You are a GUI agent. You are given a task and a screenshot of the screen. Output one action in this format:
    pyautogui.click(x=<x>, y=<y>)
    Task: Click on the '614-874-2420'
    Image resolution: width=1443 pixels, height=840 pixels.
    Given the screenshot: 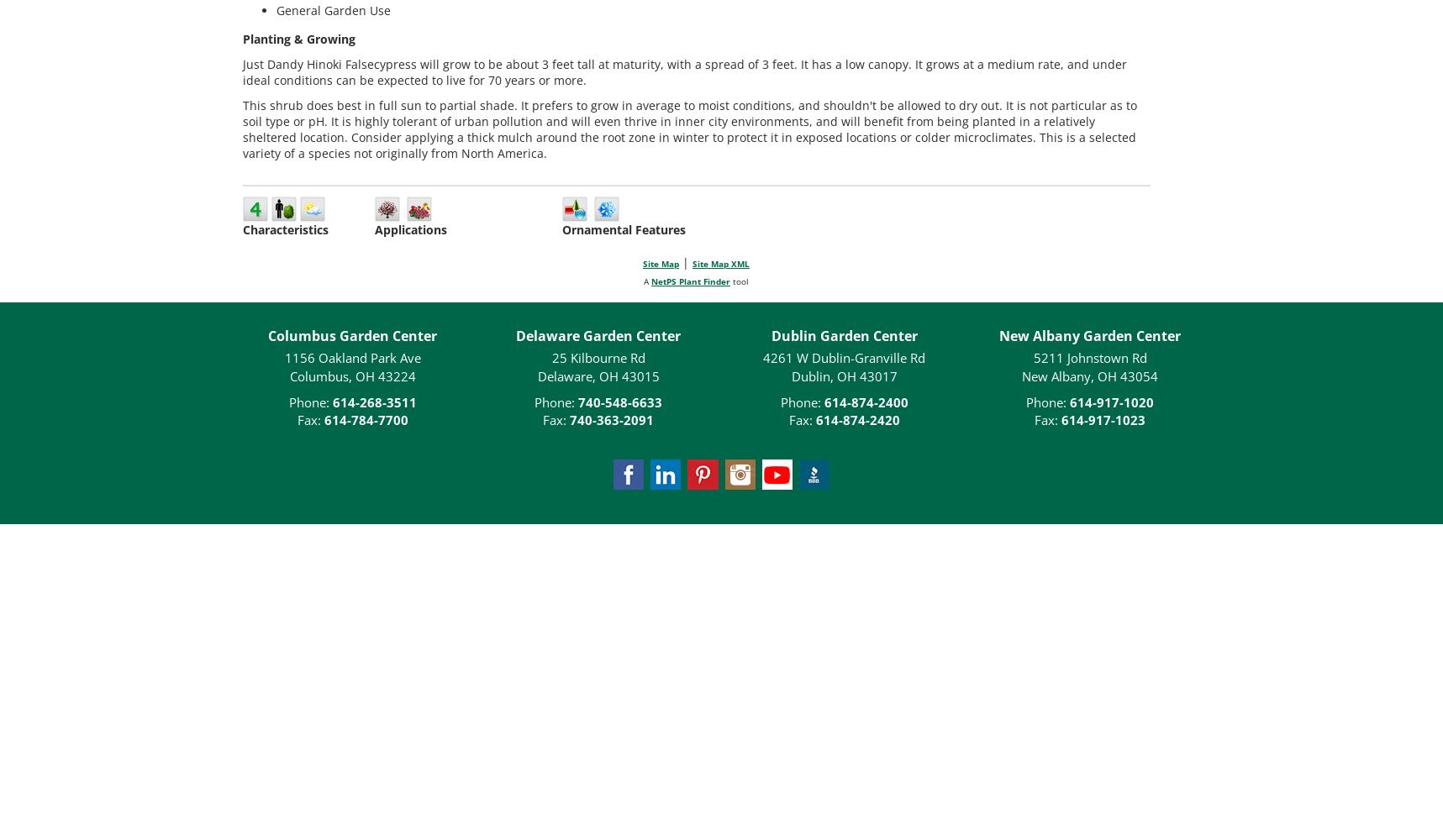 What is the action you would take?
    pyautogui.click(x=856, y=420)
    